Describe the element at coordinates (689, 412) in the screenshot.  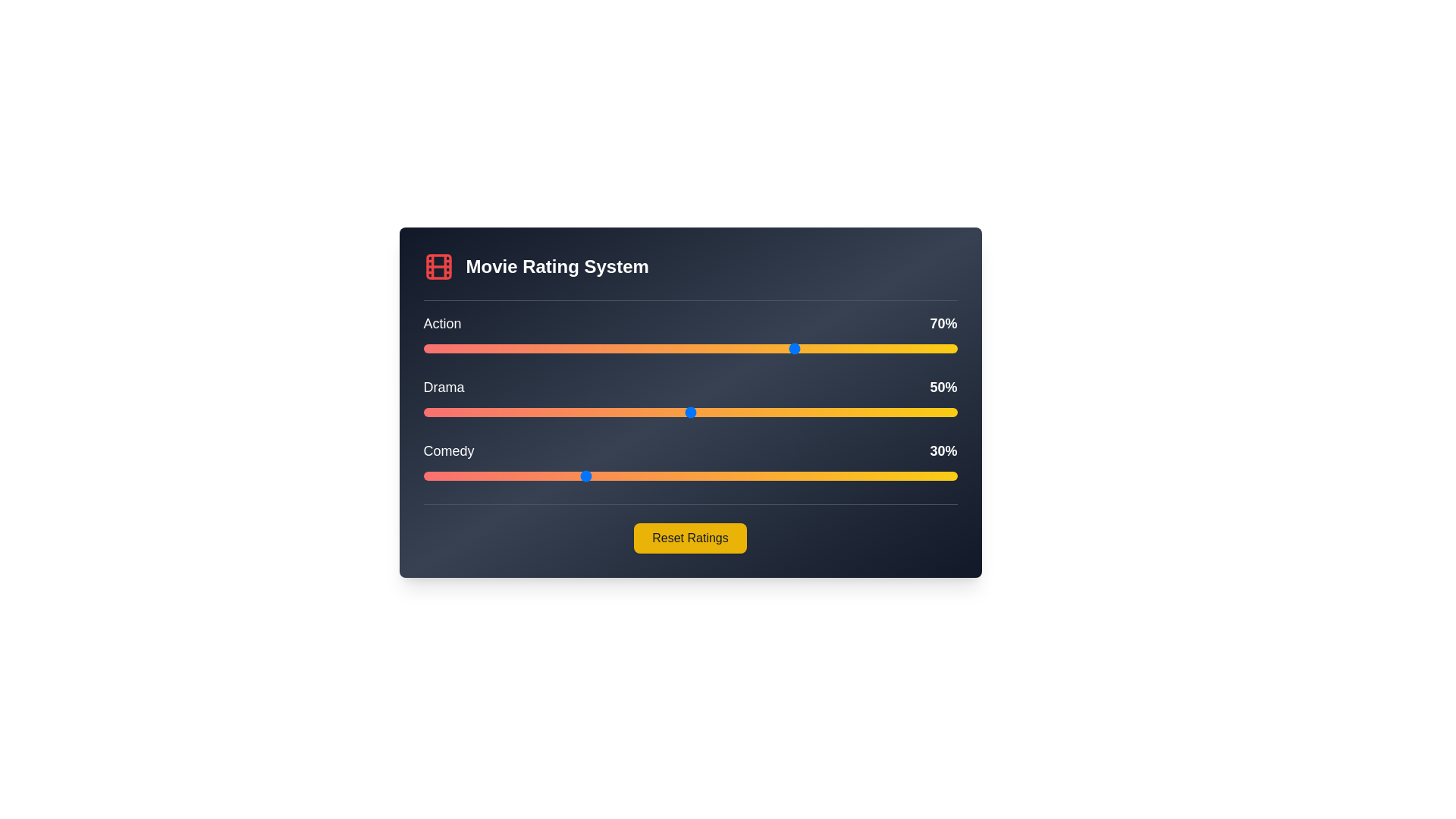
I see `the Drama slider` at that location.